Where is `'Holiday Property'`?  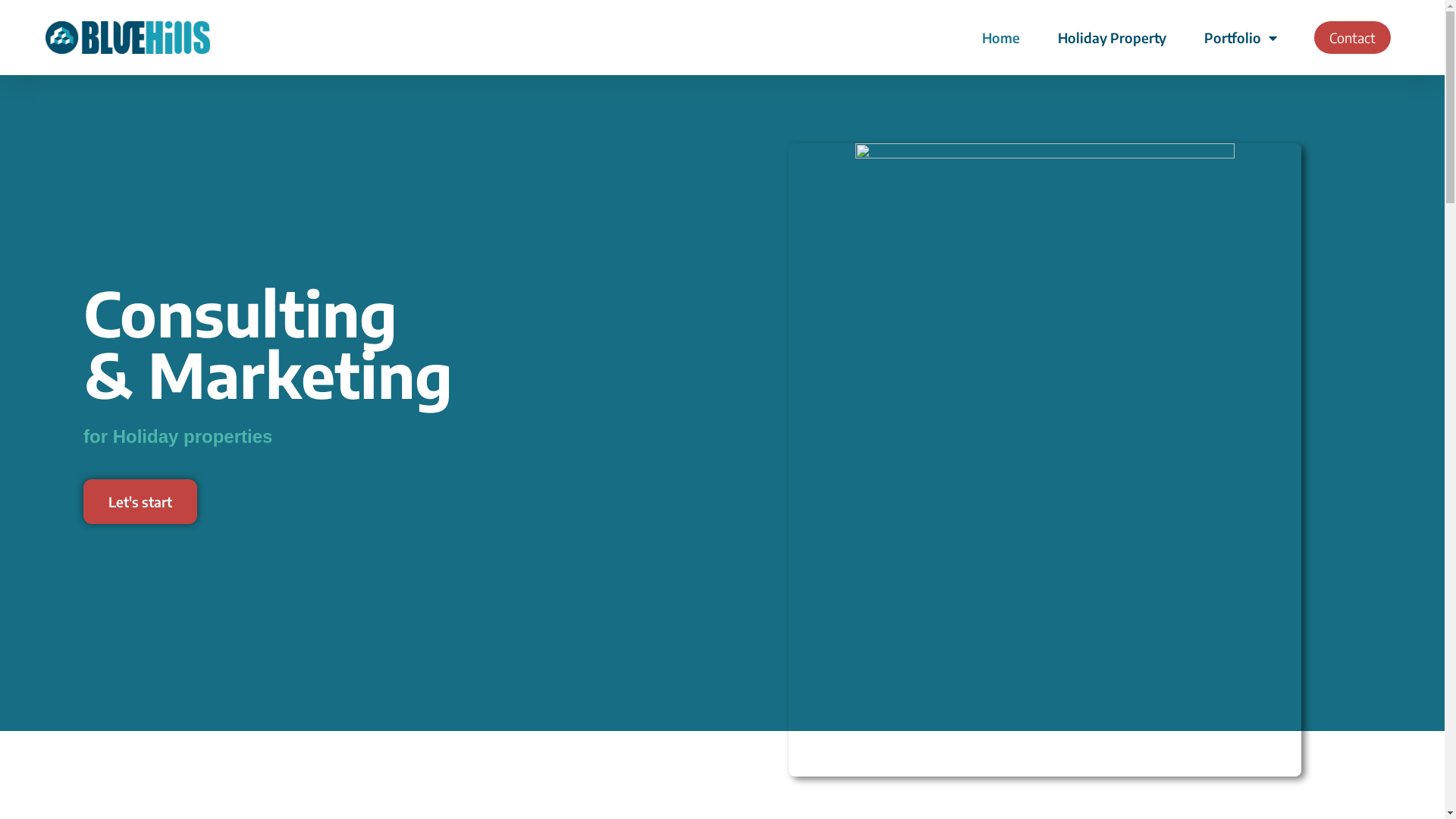
'Holiday Property' is located at coordinates (1057, 36).